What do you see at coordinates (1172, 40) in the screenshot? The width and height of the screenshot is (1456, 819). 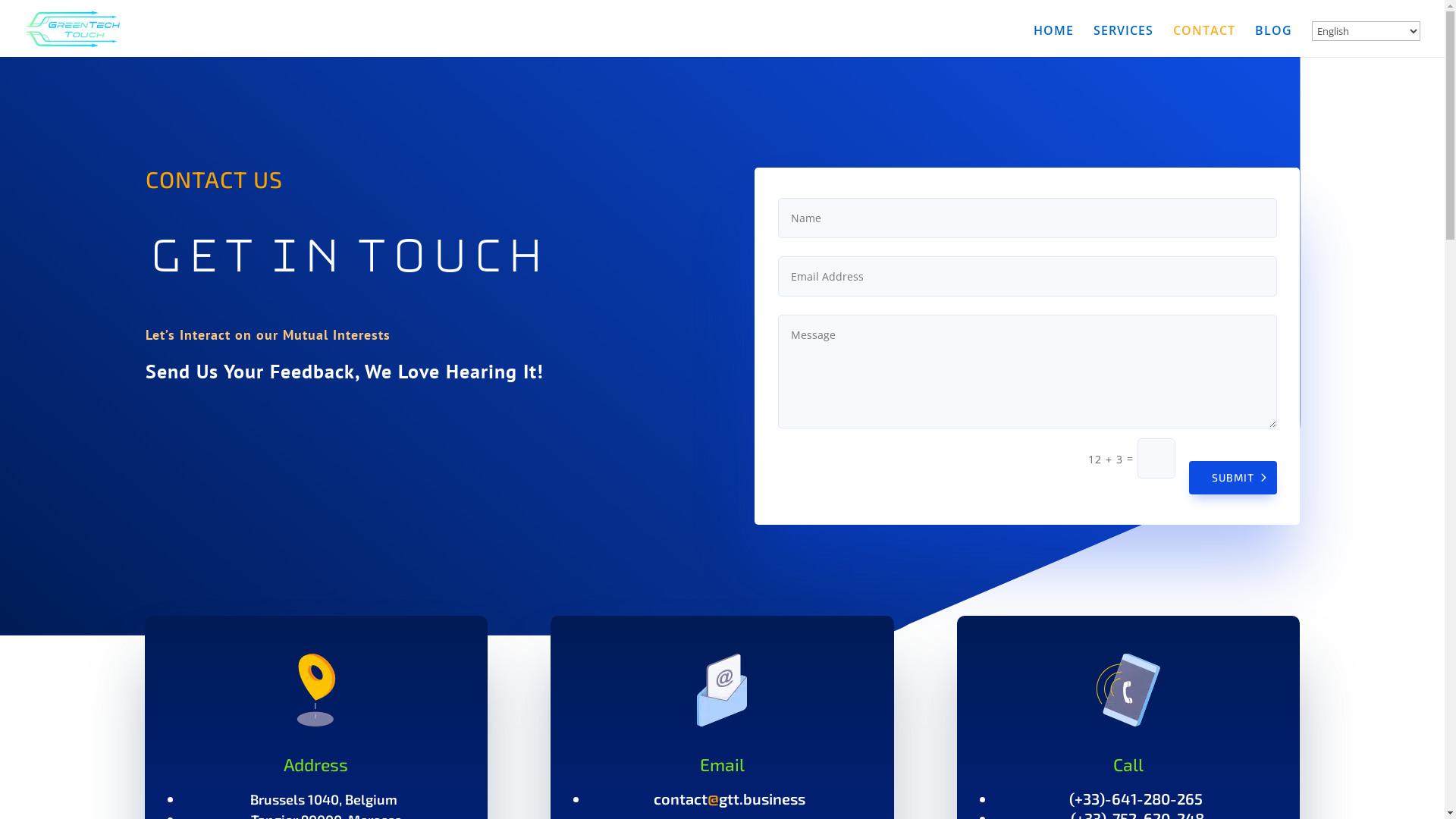 I see `'CONTACT'` at bounding box center [1172, 40].